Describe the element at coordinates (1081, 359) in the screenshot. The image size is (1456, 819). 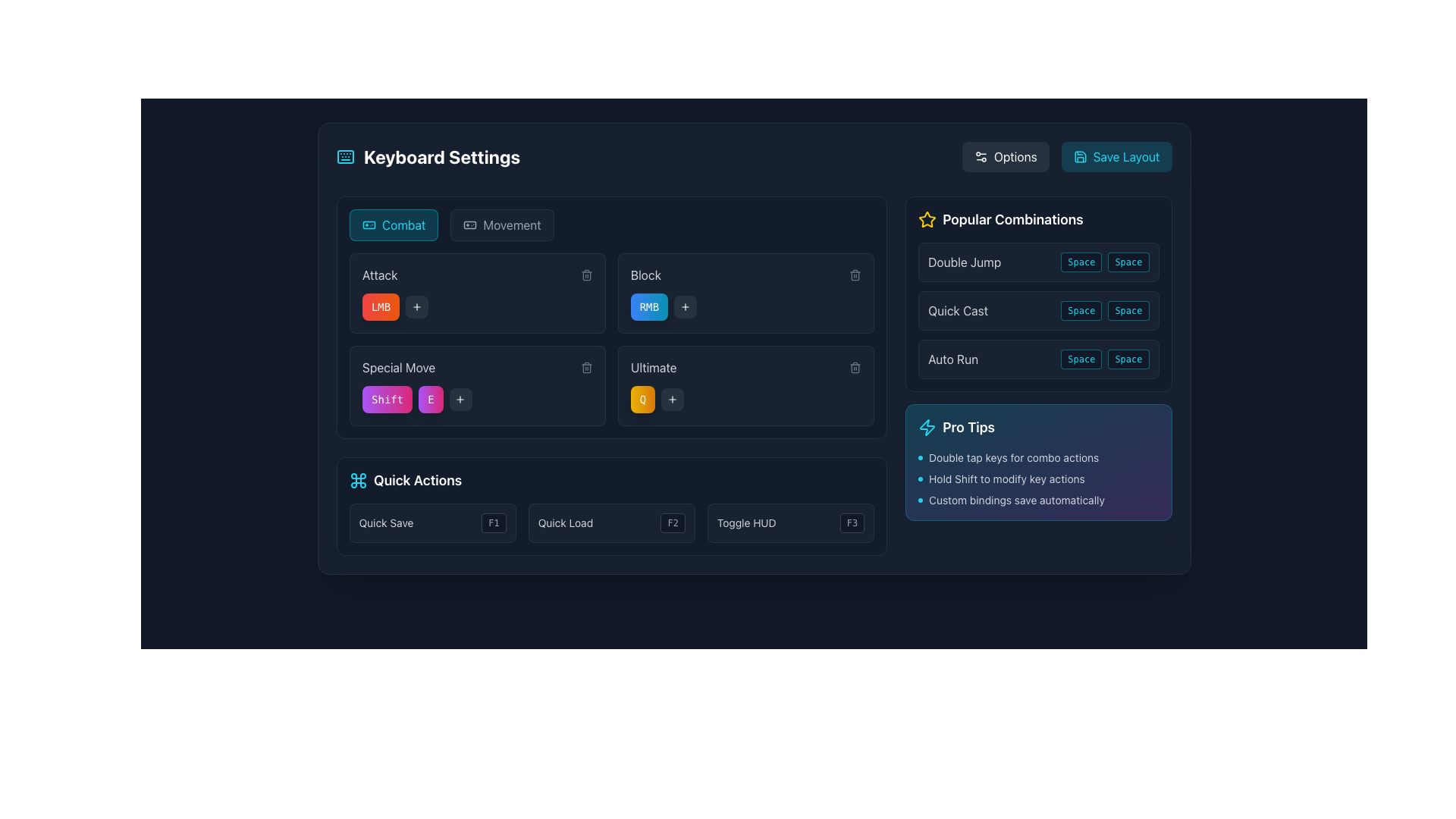
I see `the 'Space' button in the 'Popular Combinations' column, which represents the key binding for 'Auto Run'` at that location.